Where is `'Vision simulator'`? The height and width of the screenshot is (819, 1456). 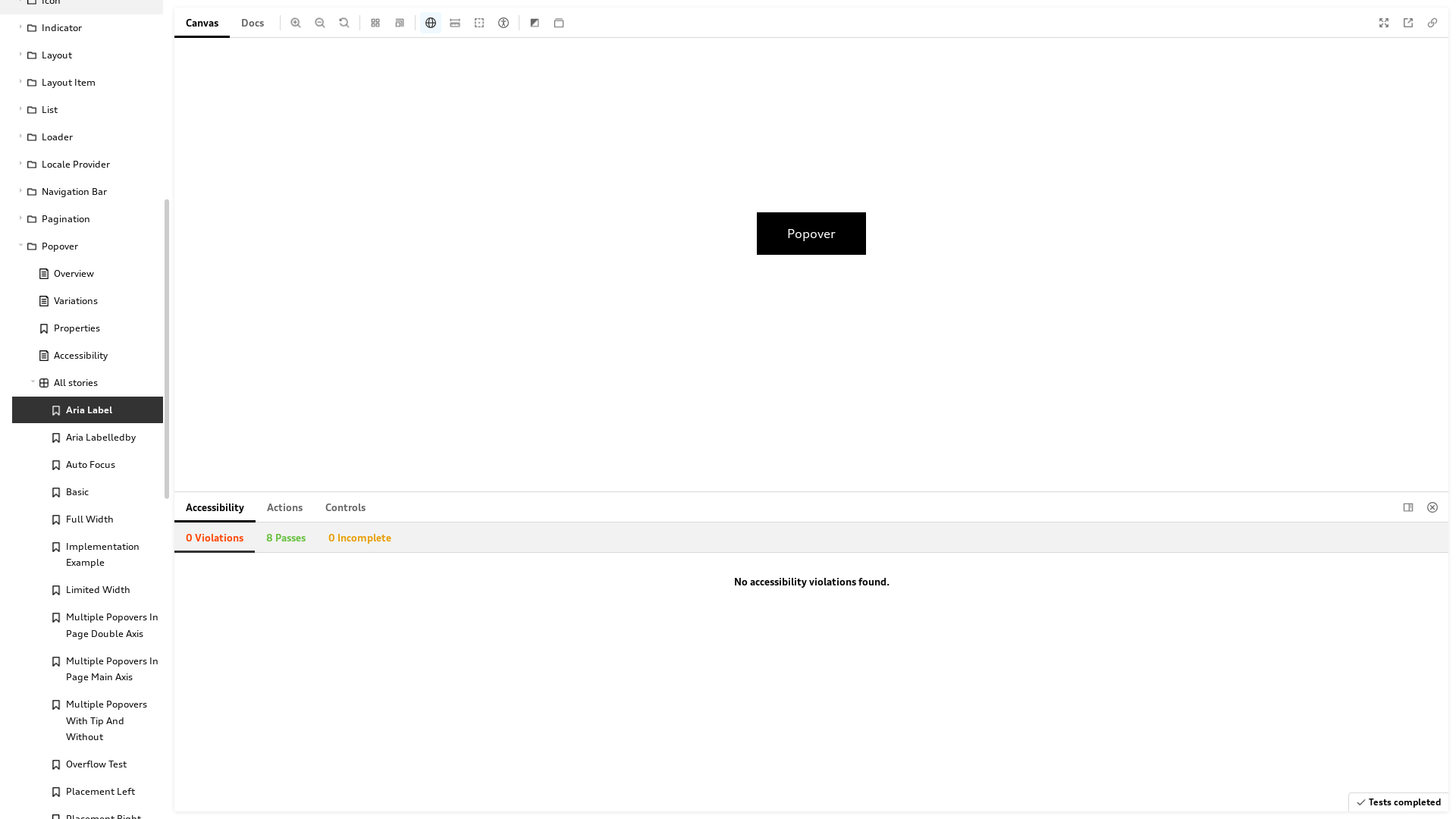
'Vision simulator' is located at coordinates (503, 23).